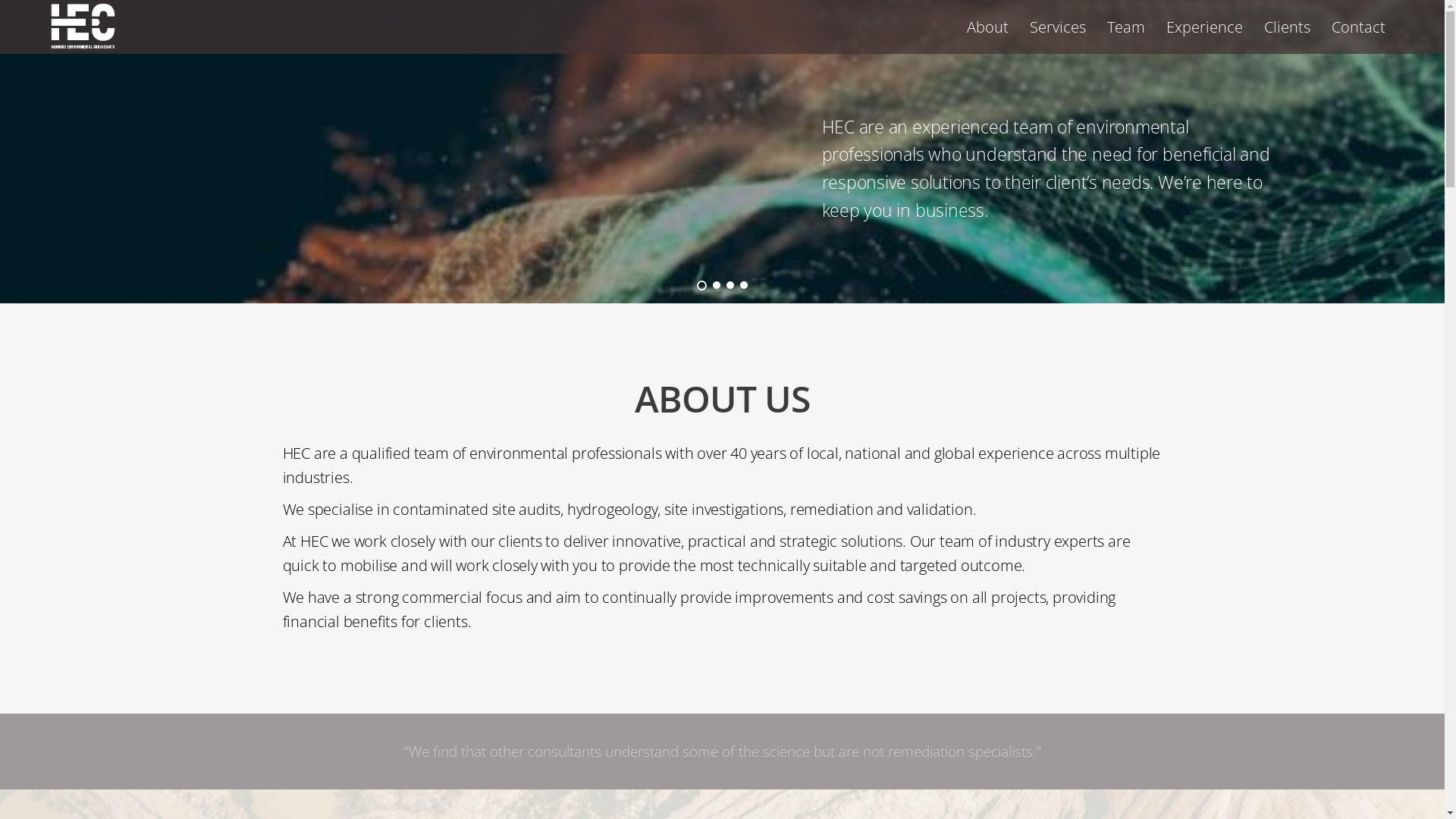 This screenshot has height=819, width=1456. Describe the element at coordinates (1156, 27) in the screenshot. I see `'Experience'` at that location.